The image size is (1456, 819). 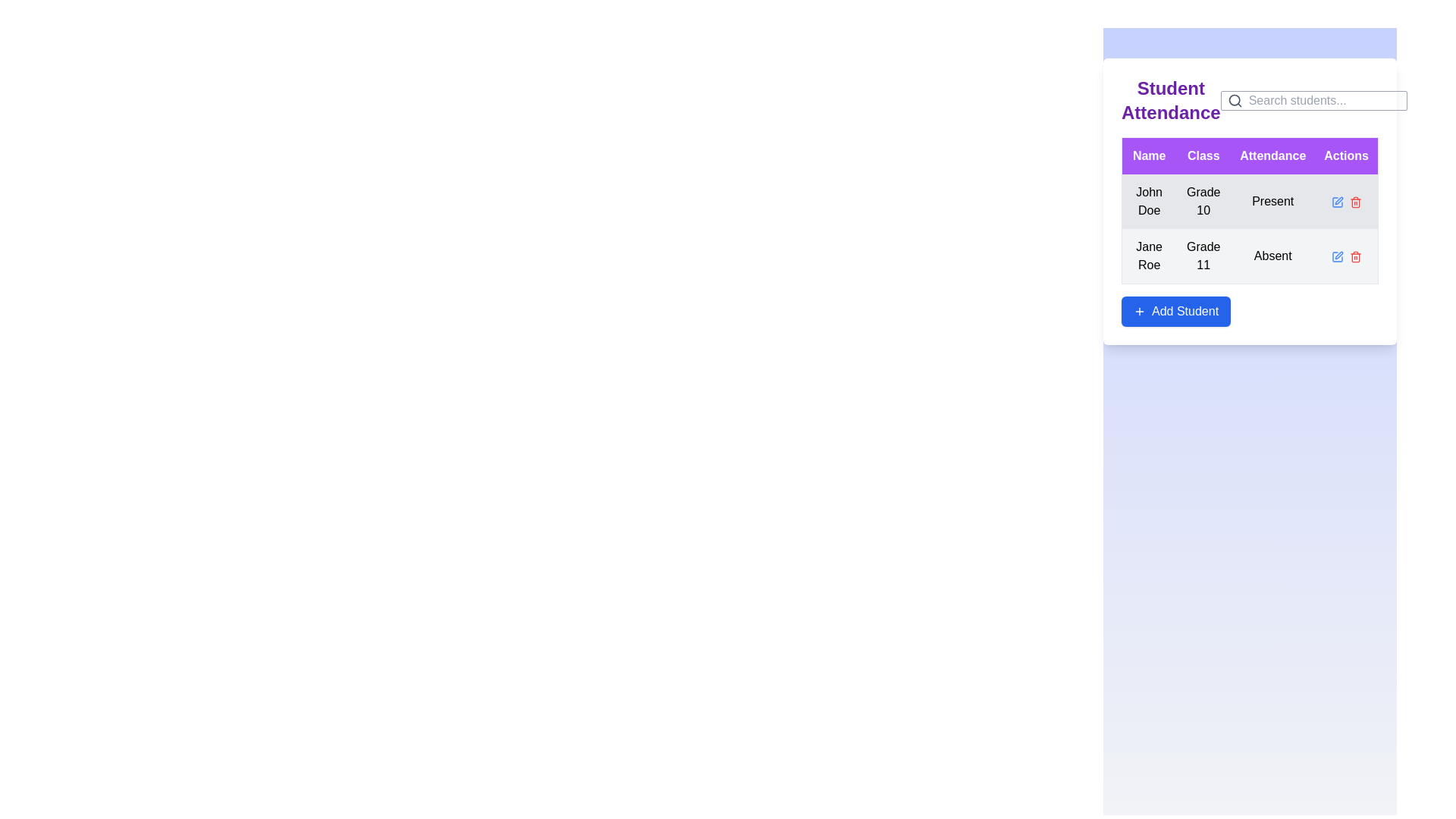 What do you see at coordinates (1250, 311) in the screenshot?
I see `the button located at the bottom of the student attendance table to initiate adding a new student entry` at bounding box center [1250, 311].